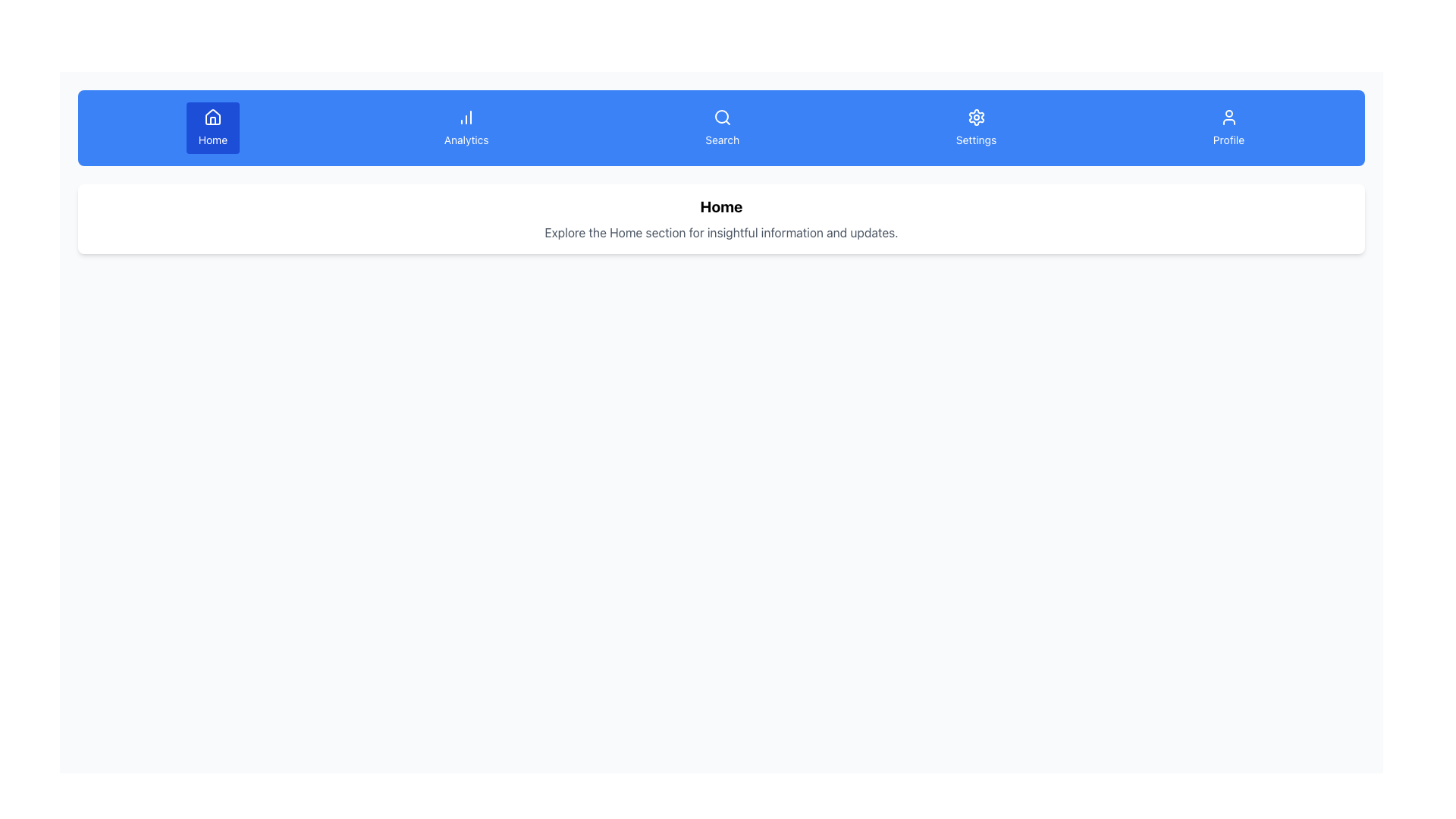 This screenshot has width=1456, height=819. Describe the element at coordinates (466, 140) in the screenshot. I see `the text label that describes the 'Analytics' navigation item, positioned centrally below the bar chart icon in the navigation bar` at that location.